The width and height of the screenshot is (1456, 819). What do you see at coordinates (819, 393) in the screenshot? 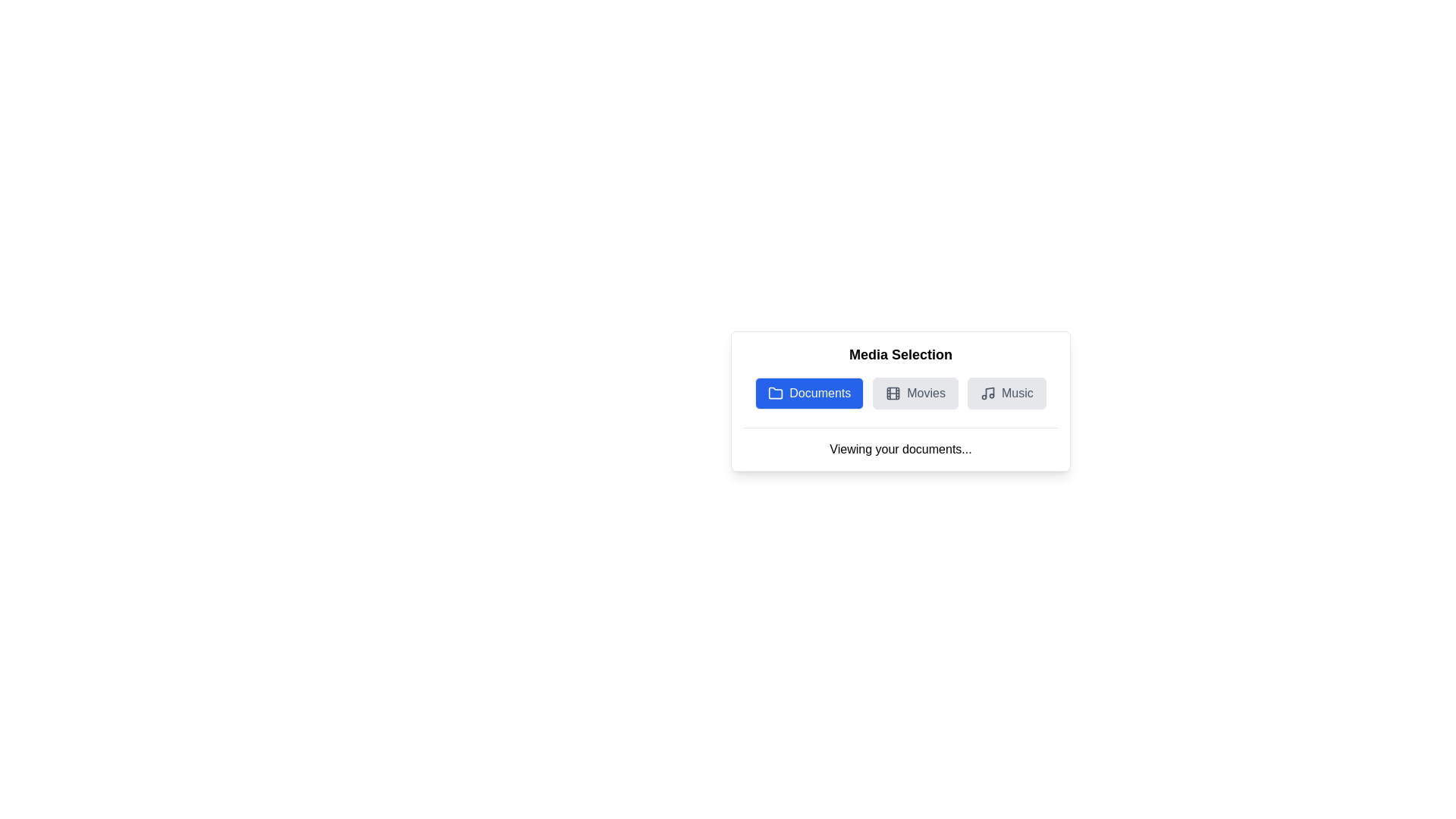
I see `the 'Documents' button label, which is a static text component in white font on a blue rounded rectangular background, positioned as the first selectable option in a group` at bounding box center [819, 393].